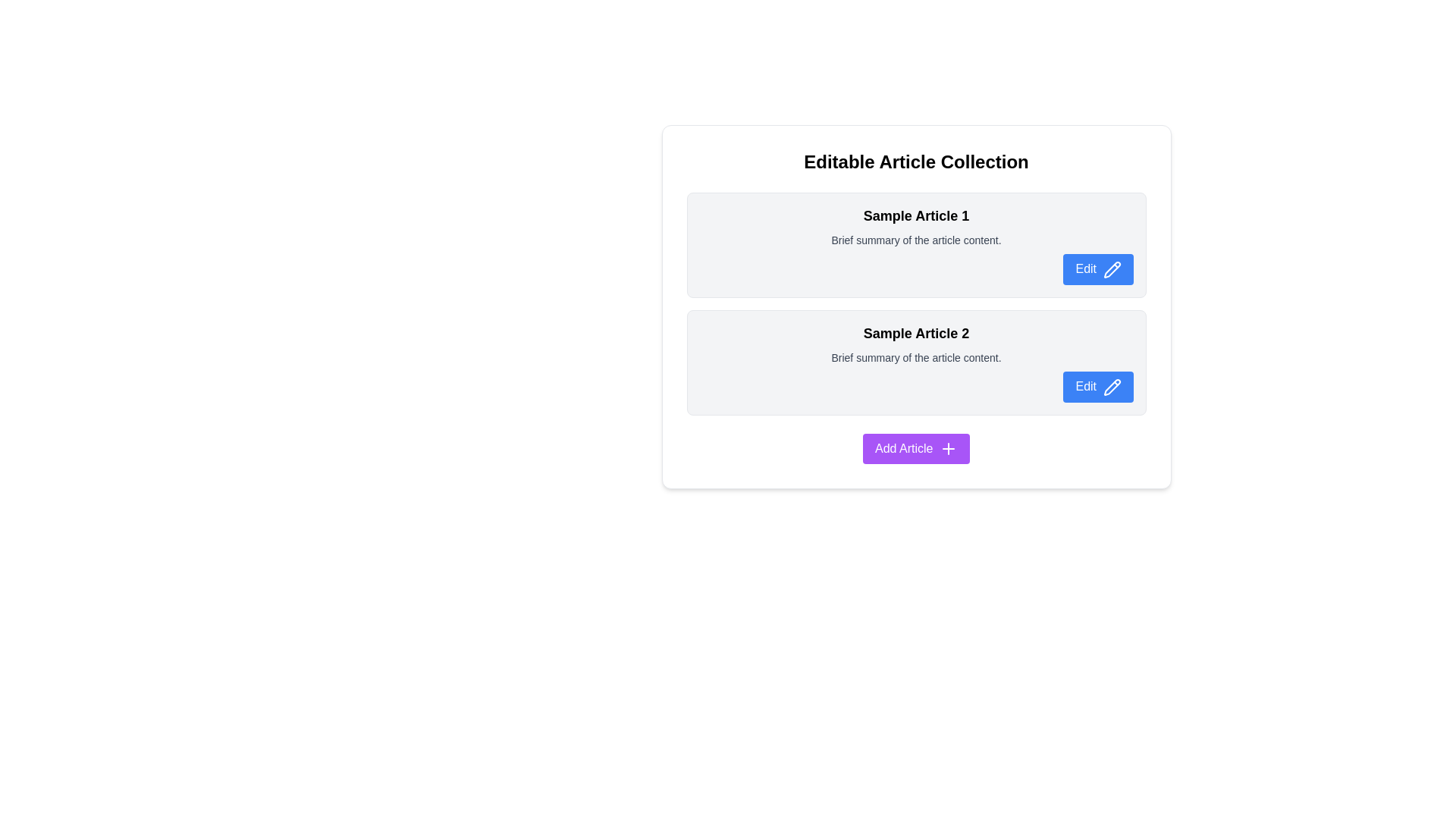 This screenshot has width=1456, height=819. What do you see at coordinates (915, 357) in the screenshot?
I see `the static text label that contains the text 'Brief summary of the article content.' which is styled with a smaller font size and gray color, positioned below the header 'Sample Article 2' within a card layout` at bounding box center [915, 357].